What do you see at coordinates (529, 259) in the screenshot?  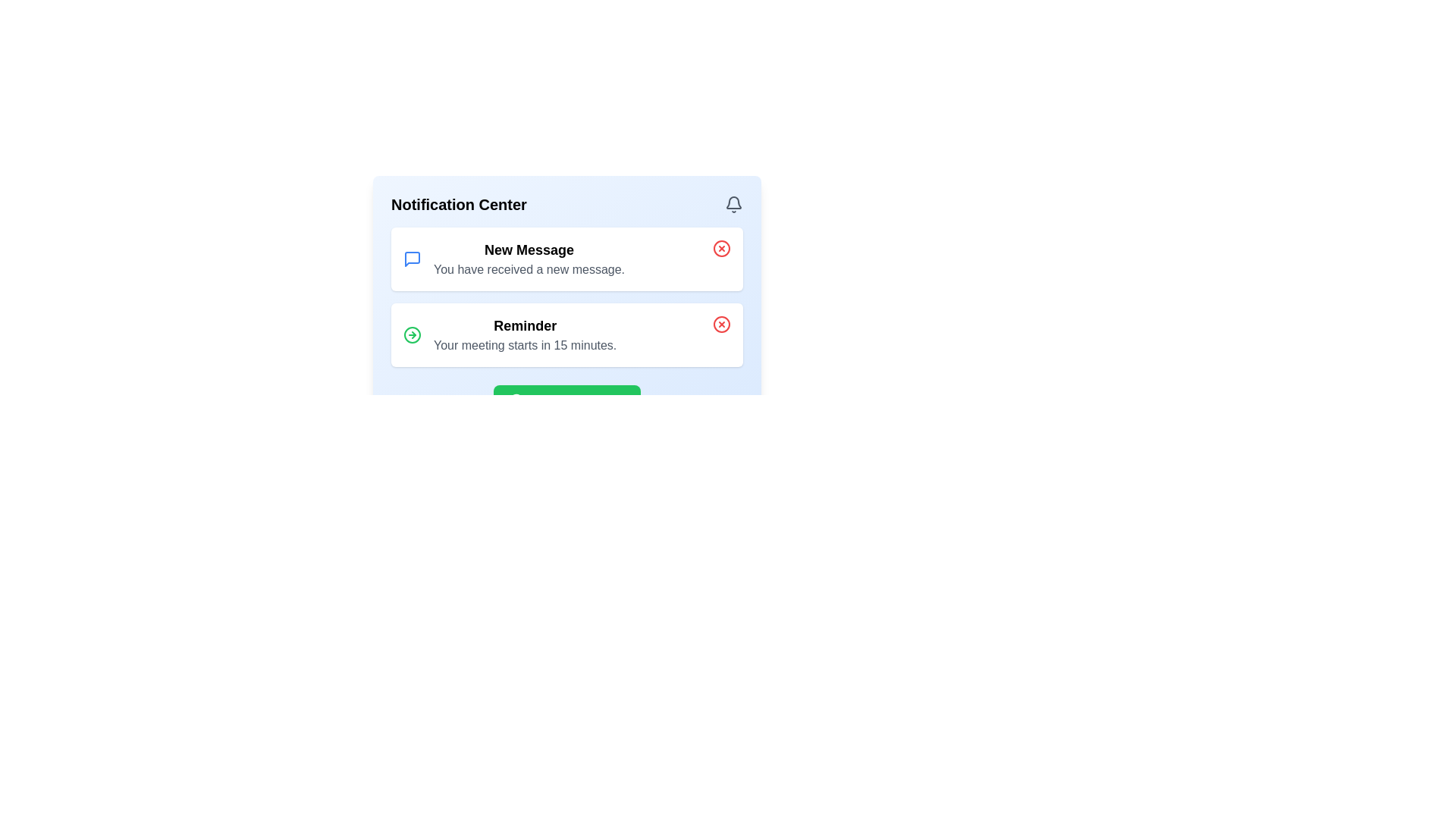 I see `displayed text in the notification center, which is a text block centrally positioned and serves to inform about a new message` at bounding box center [529, 259].